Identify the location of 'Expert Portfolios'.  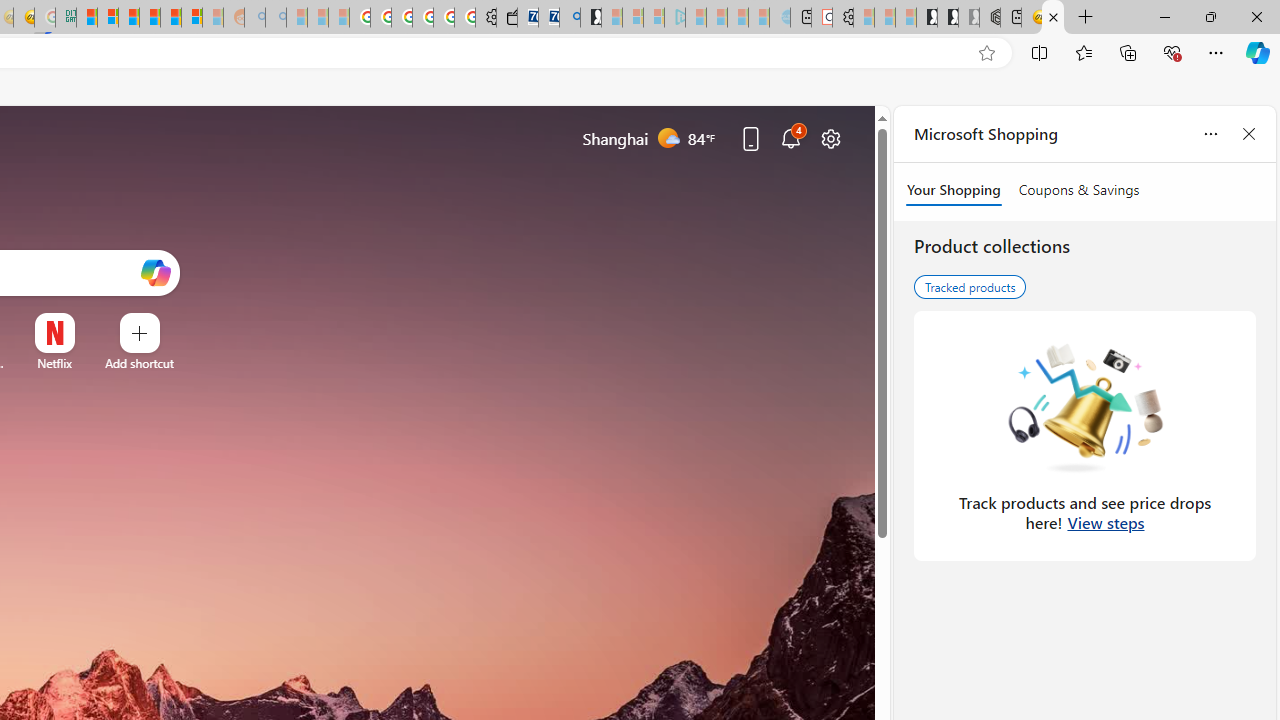
(148, 17).